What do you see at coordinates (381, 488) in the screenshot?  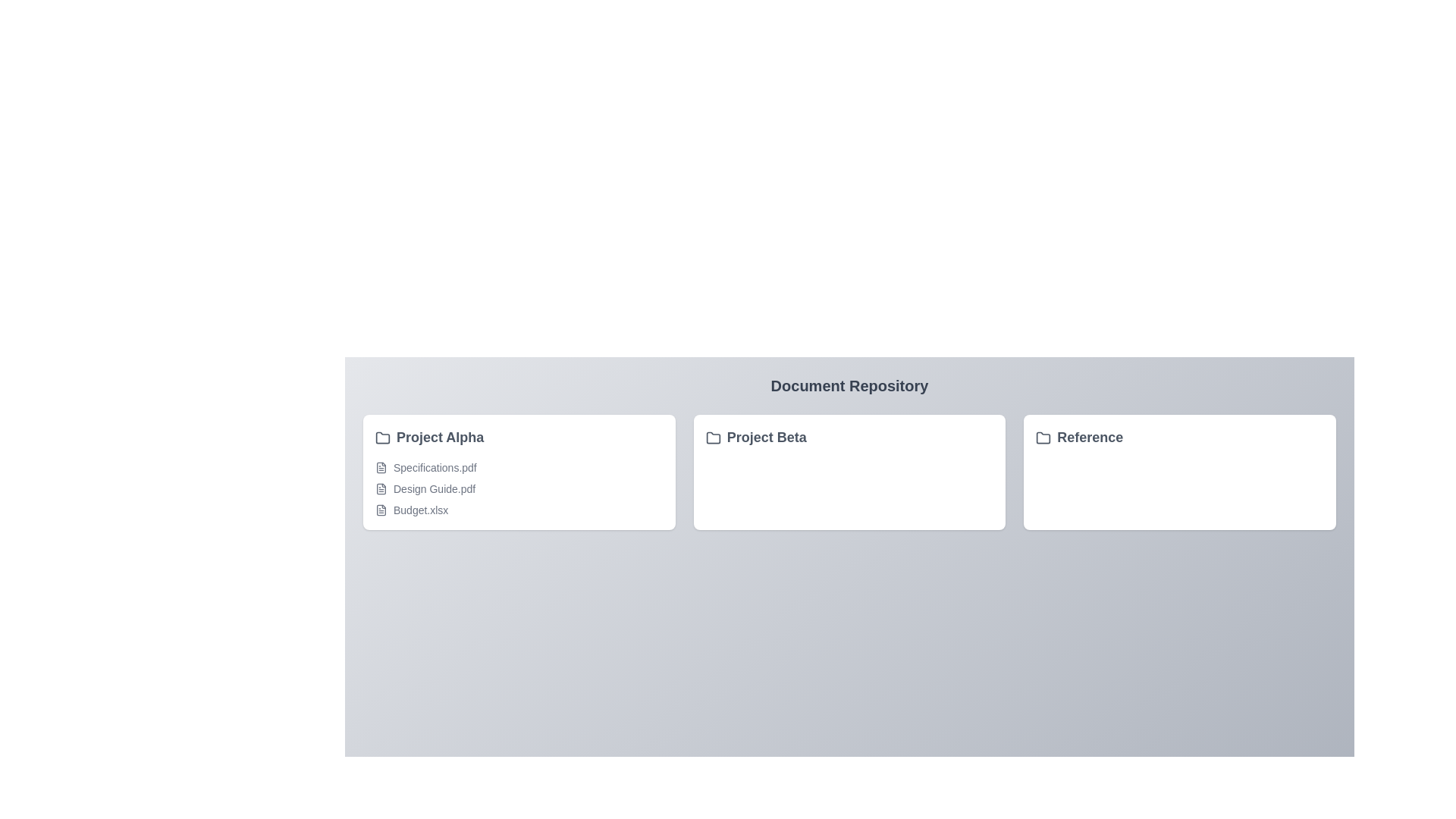 I see `the distinct red and white file icon representing 'Design Guide.pdf'` at bounding box center [381, 488].